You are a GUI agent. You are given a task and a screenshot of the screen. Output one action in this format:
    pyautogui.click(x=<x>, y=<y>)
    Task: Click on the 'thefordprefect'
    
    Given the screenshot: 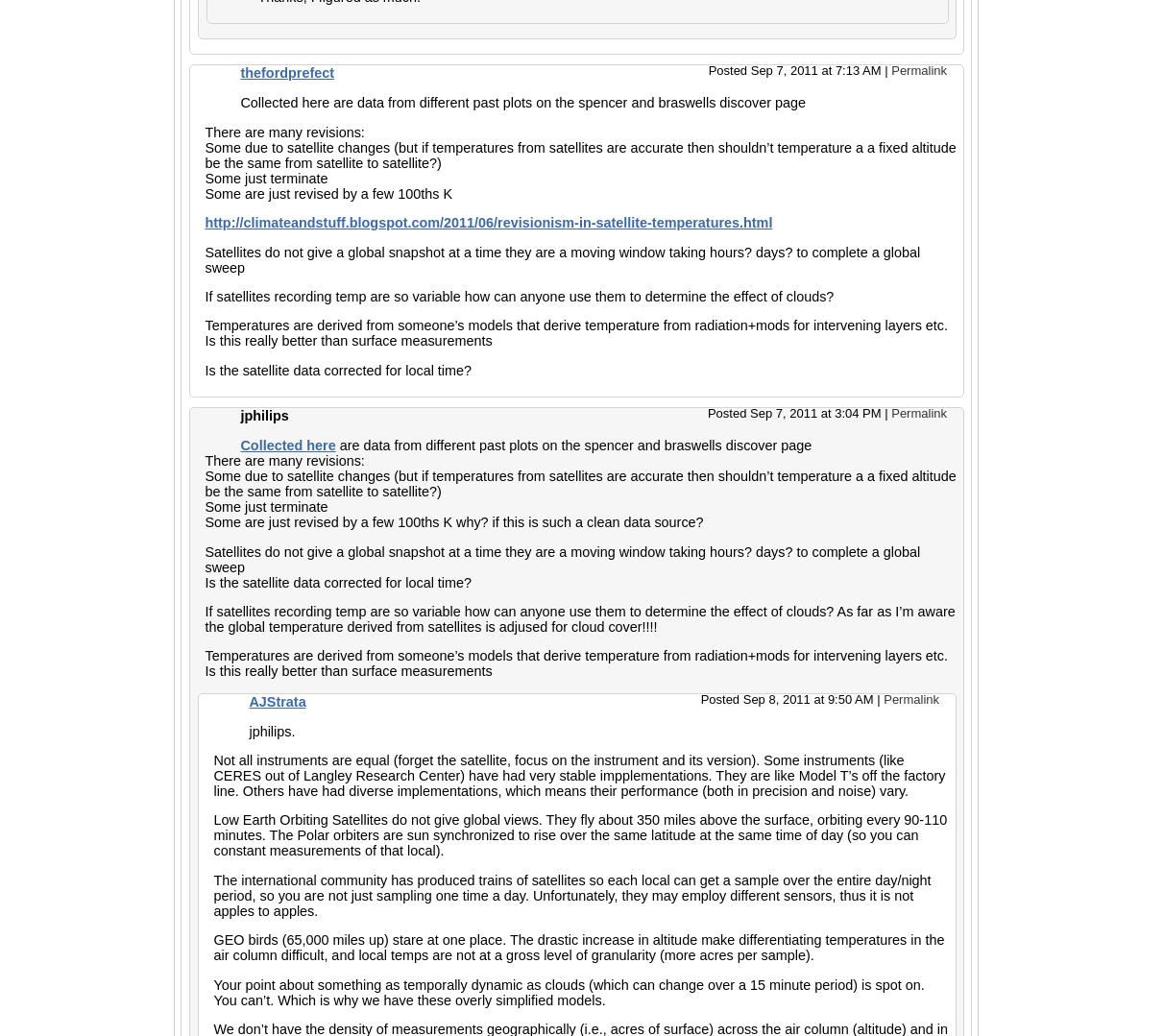 What is the action you would take?
    pyautogui.click(x=240, y=71)
    